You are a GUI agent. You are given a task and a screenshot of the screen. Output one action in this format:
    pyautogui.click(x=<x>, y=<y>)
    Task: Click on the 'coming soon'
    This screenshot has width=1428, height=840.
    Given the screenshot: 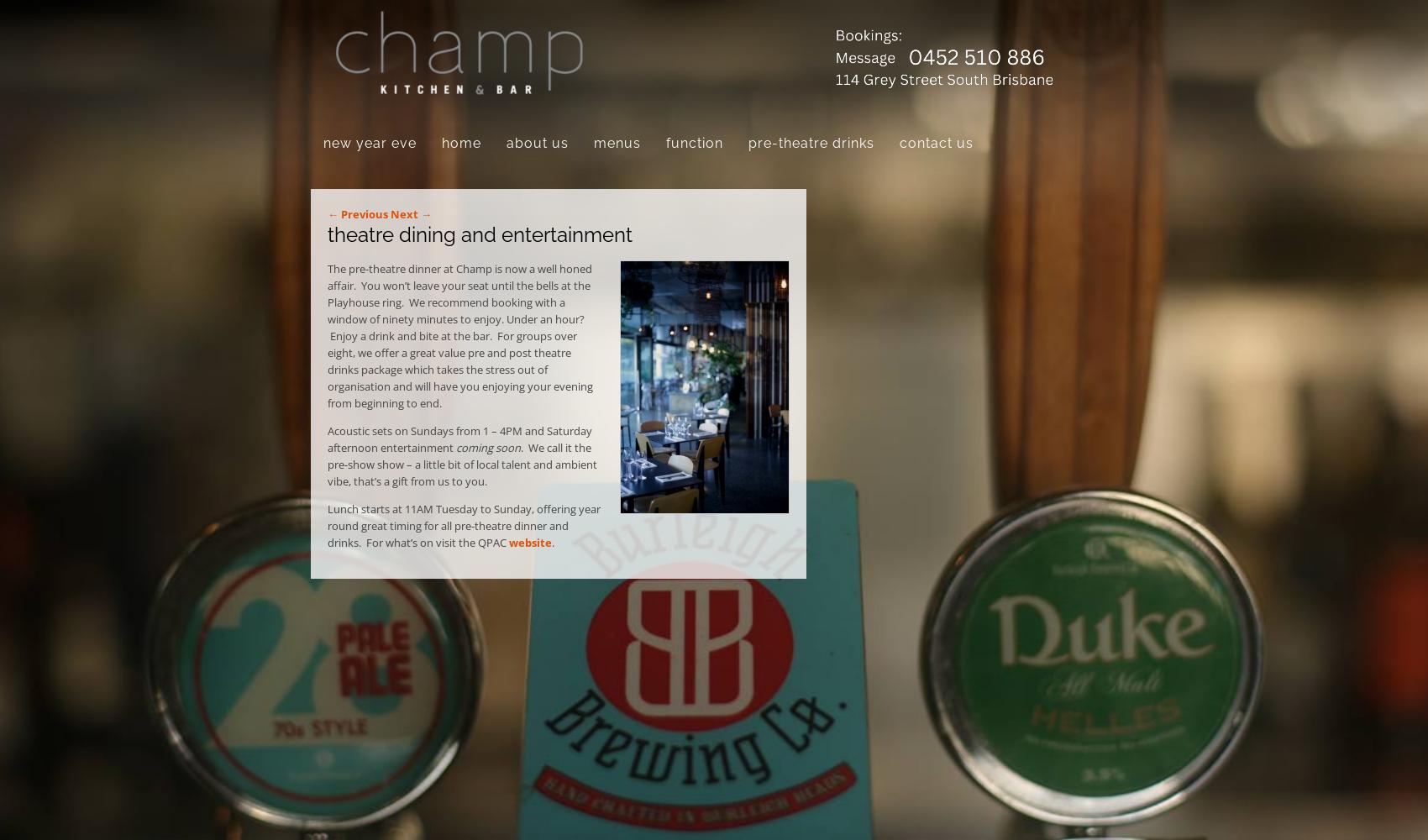 What is the action you would take?
    pyautogui.click(x=487, y=448)
    